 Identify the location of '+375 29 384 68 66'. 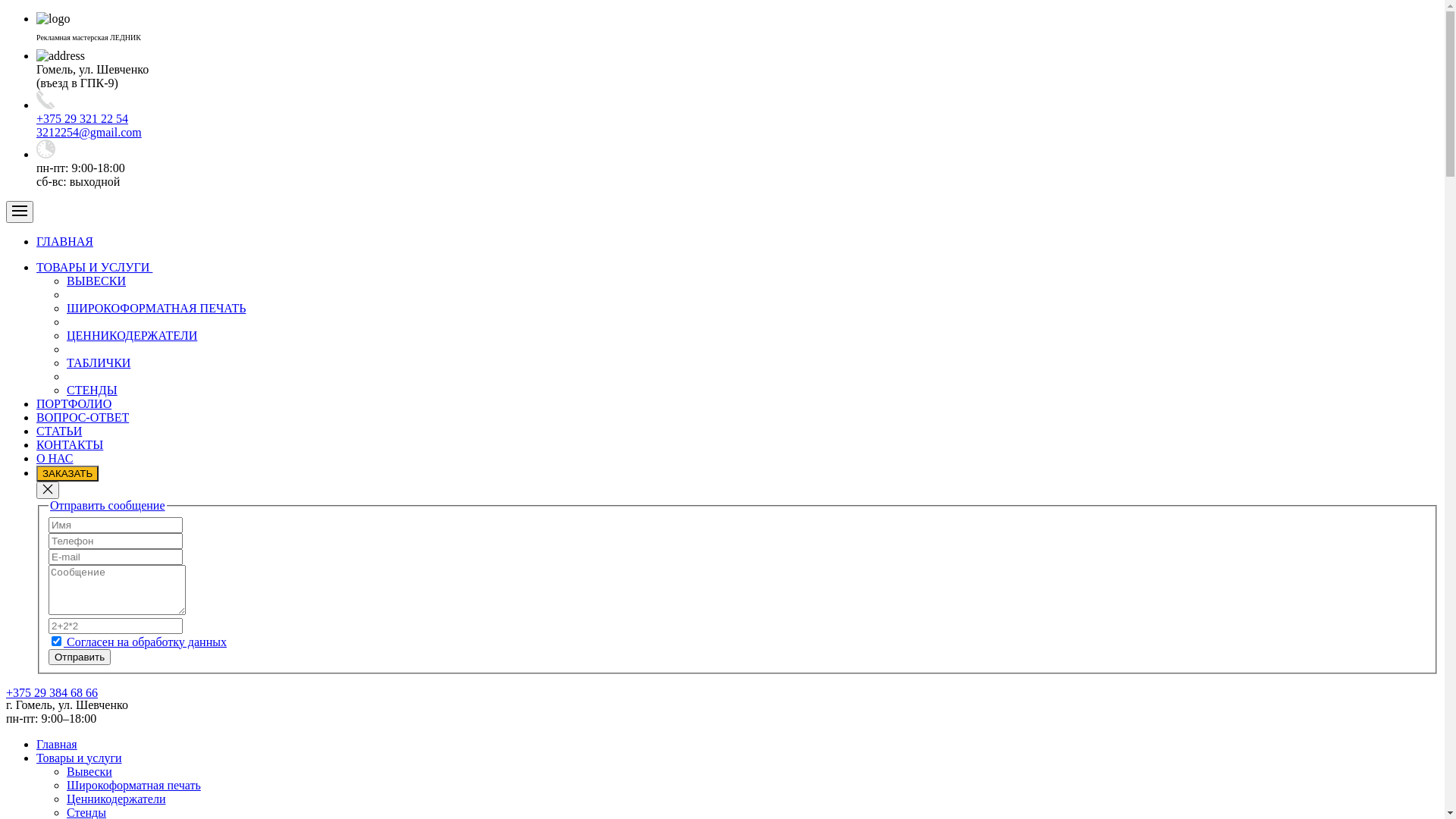
(52, 692).